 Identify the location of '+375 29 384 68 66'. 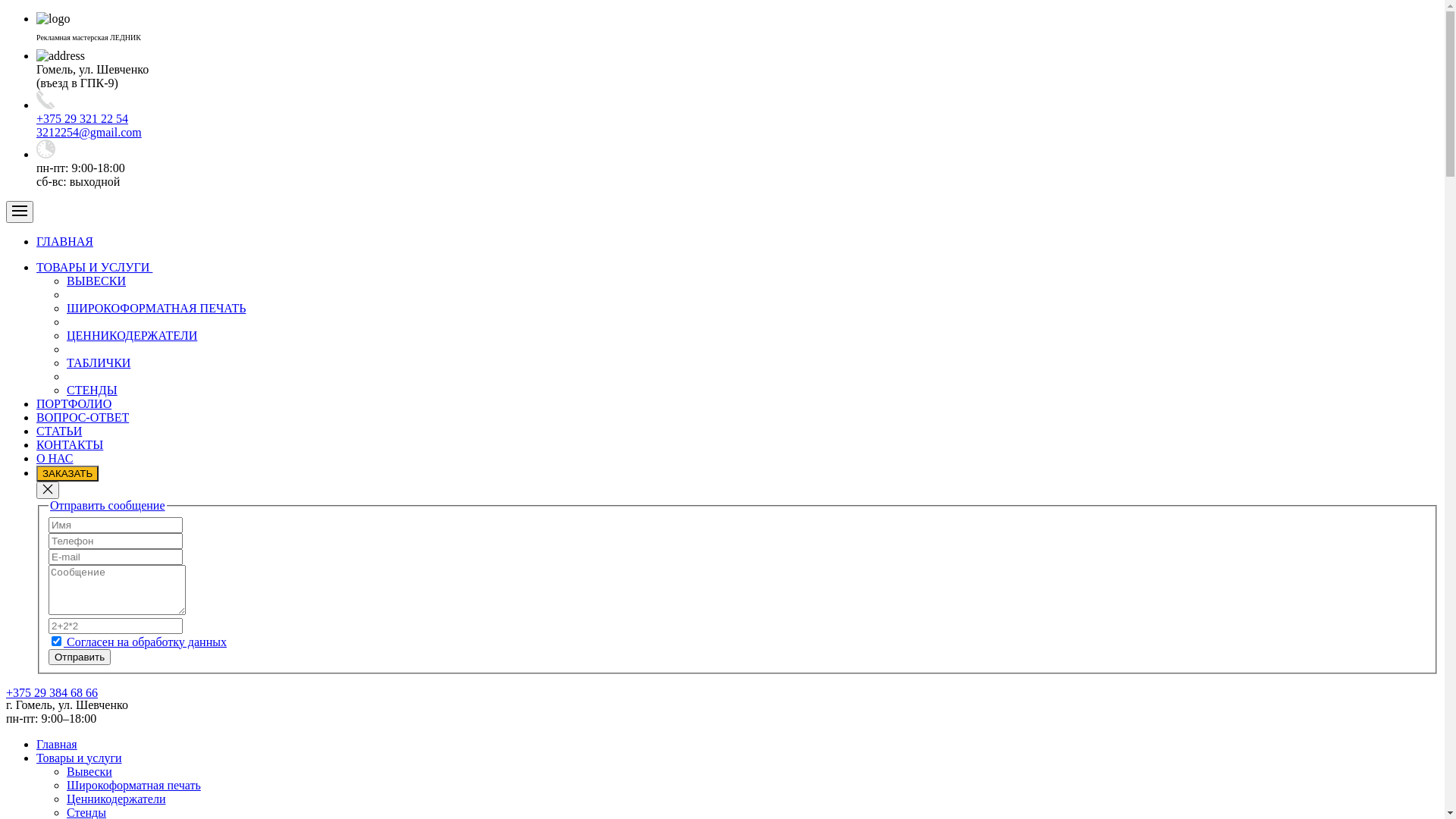
(52, 692).